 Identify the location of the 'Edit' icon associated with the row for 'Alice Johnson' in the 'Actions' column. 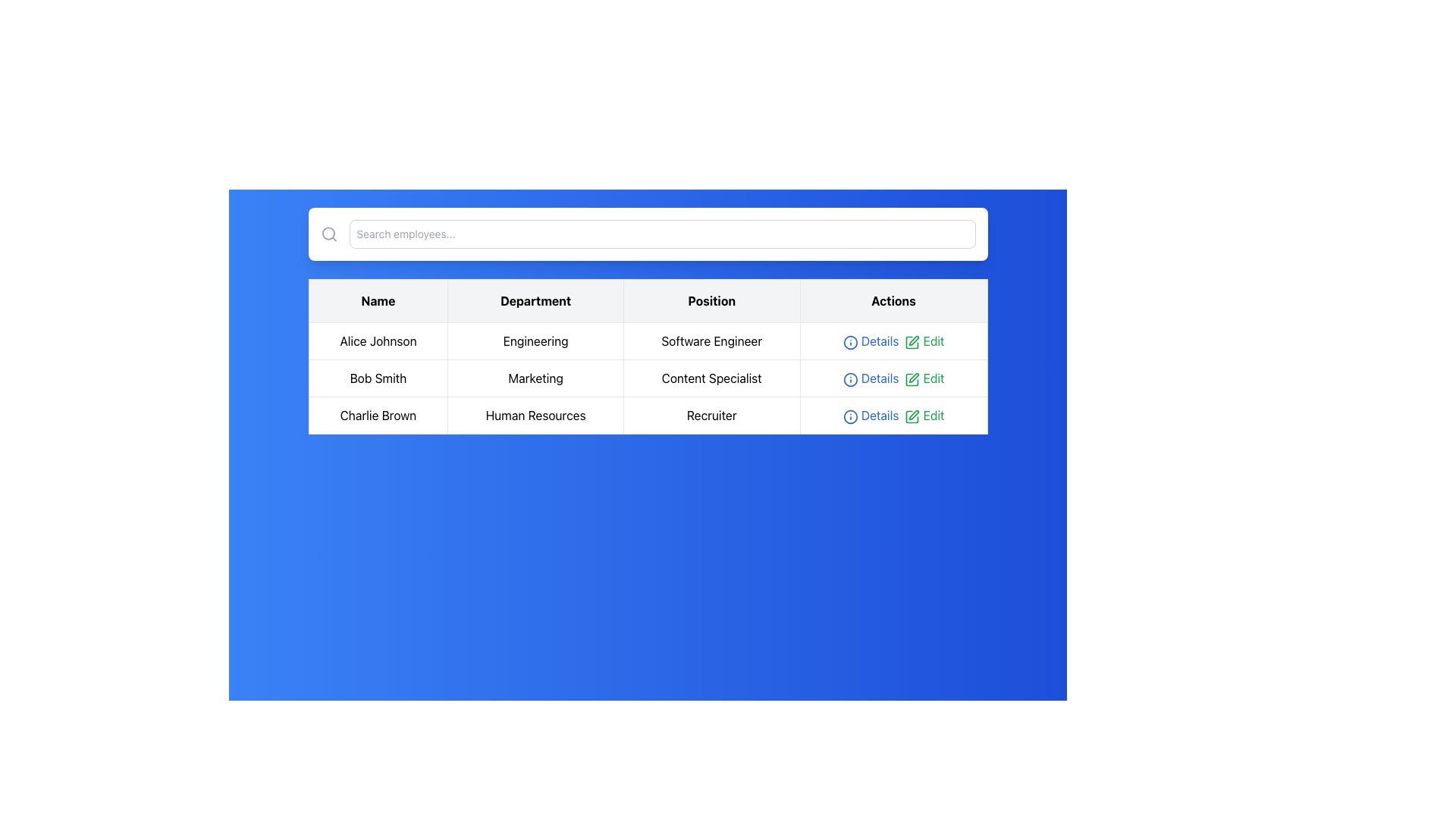
(912, 342).